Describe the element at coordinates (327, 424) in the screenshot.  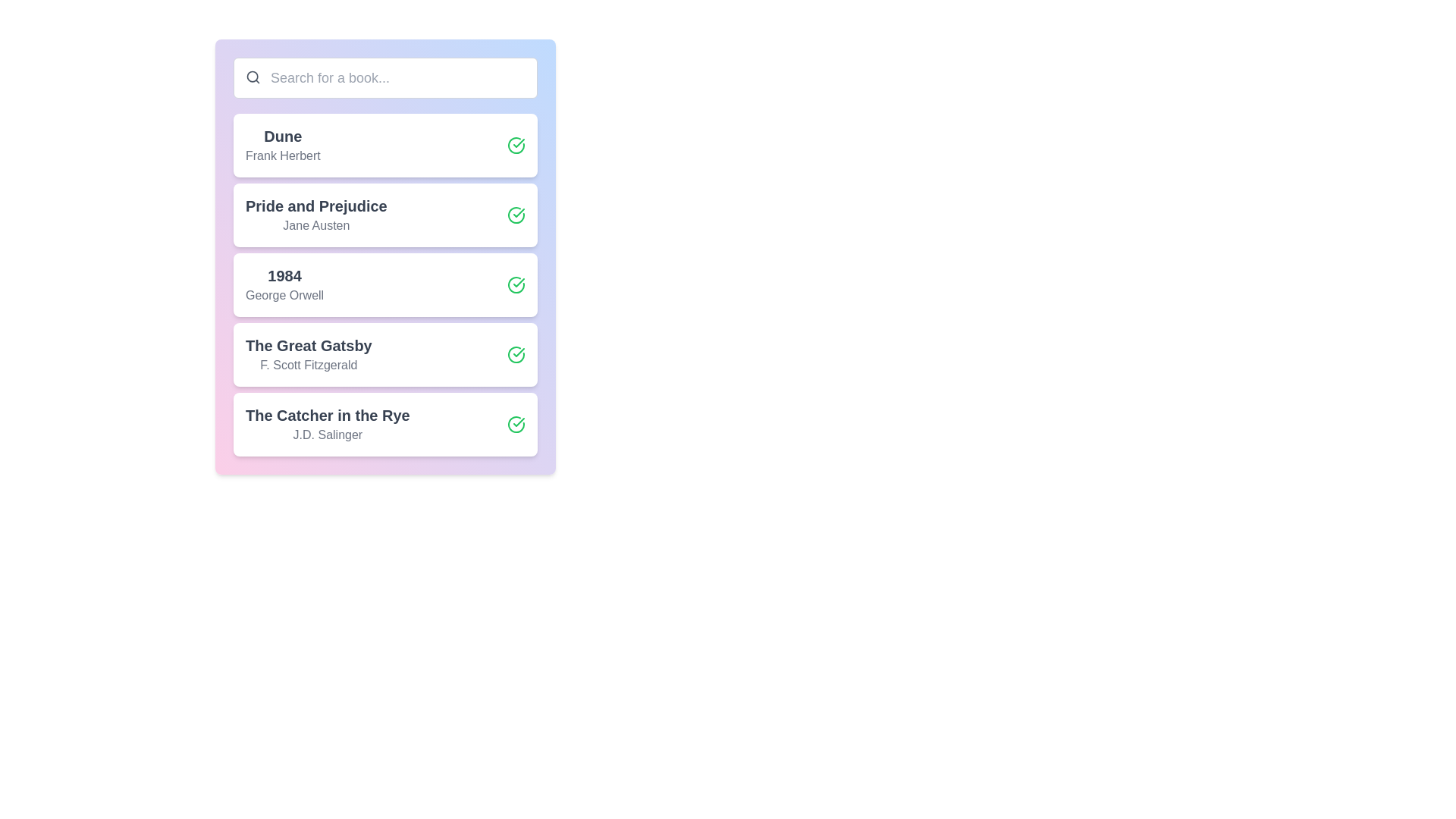
I see `the text display element that shows the book title 'The Catcher in the Rye' by J.D. Salinger, which is the last item in a vertical list of book titles and authors` at that location.